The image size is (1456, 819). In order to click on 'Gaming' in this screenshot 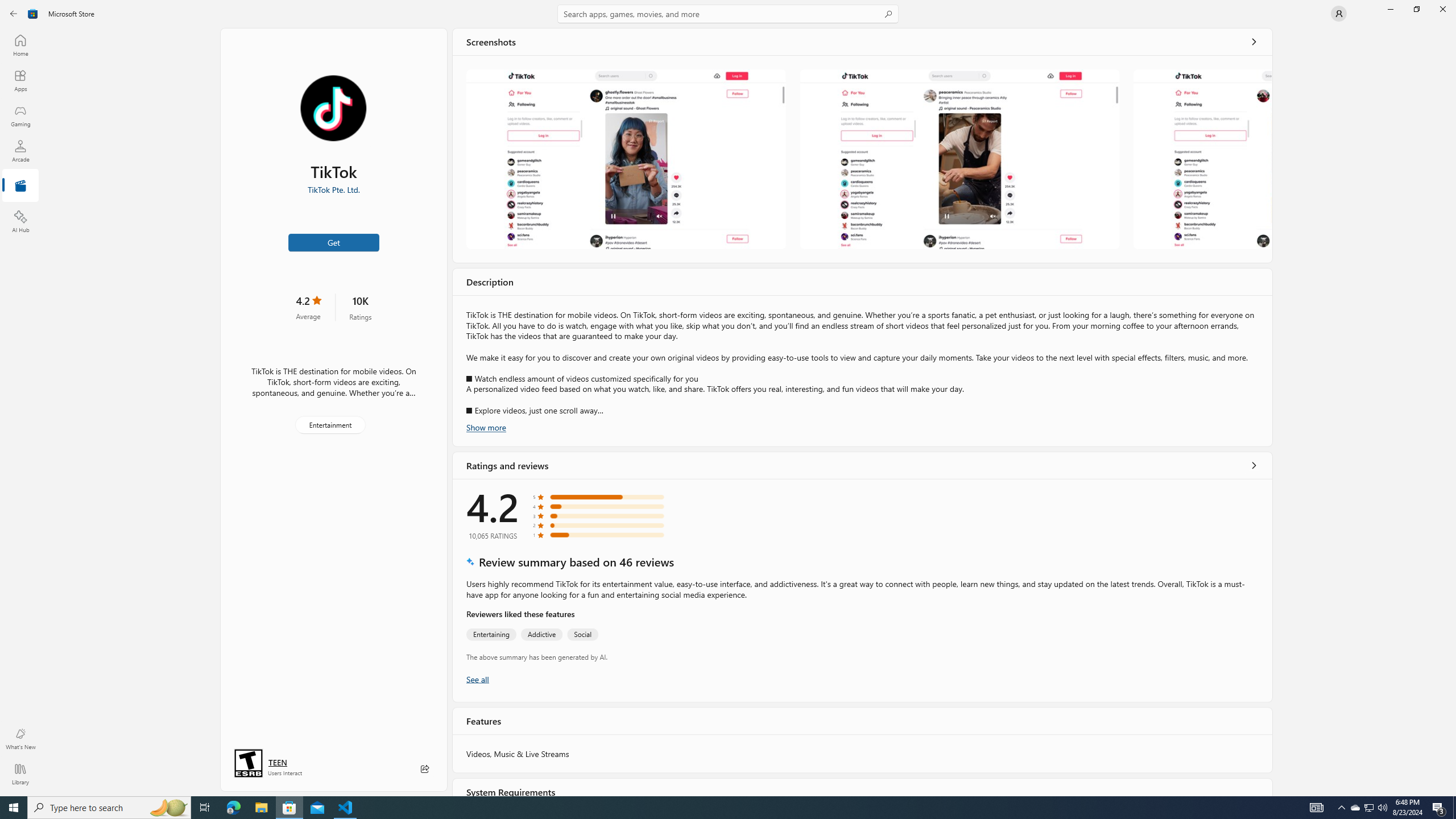, I will do `click(19, 115)`.